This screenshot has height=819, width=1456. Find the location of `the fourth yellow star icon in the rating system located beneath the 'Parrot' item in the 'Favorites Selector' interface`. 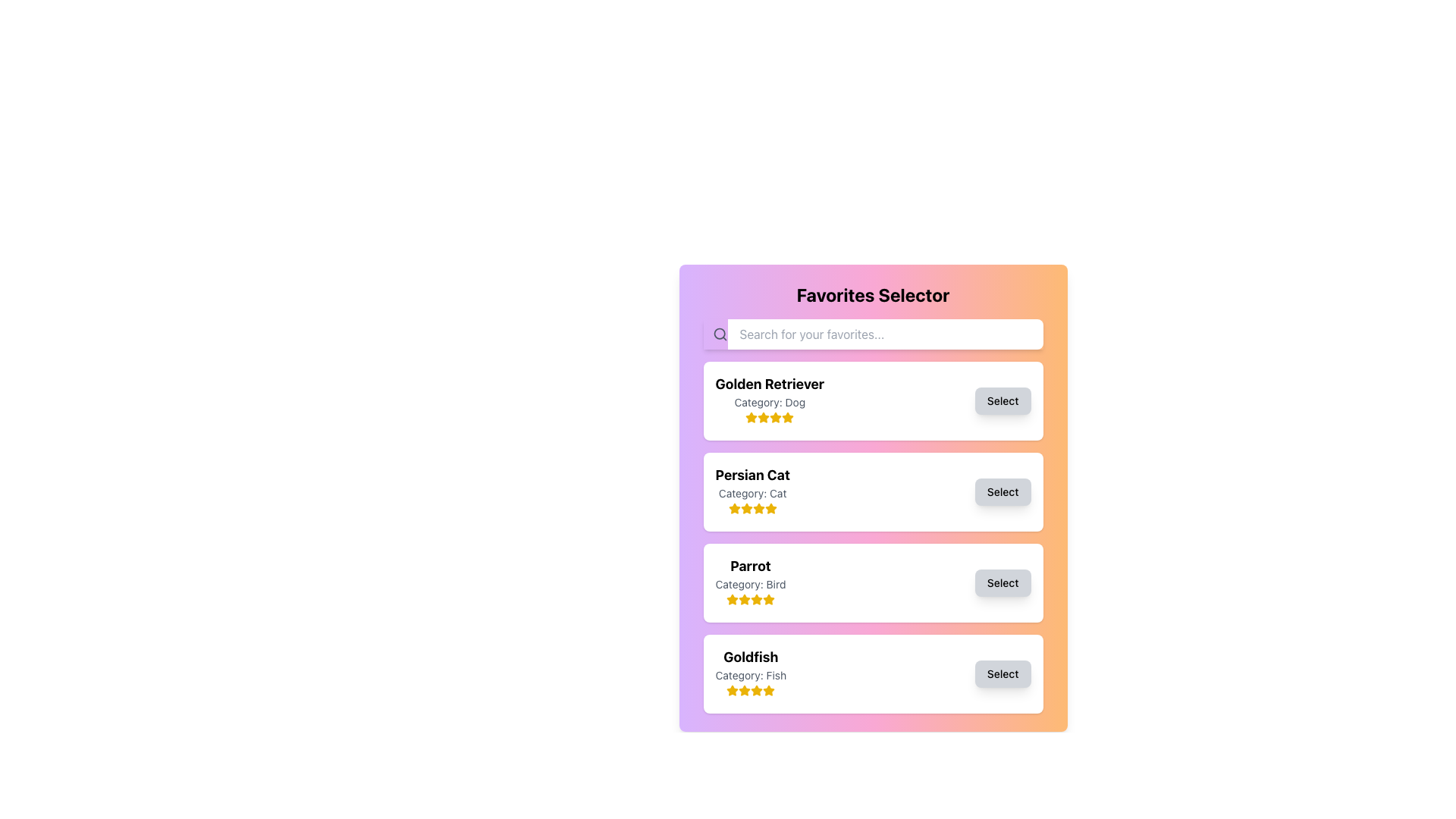

the fourth yellow star icon in the rating system located beneath the 'Parrot' item in the 'Favorites Selector' interface is located at coordinates (757, 598).